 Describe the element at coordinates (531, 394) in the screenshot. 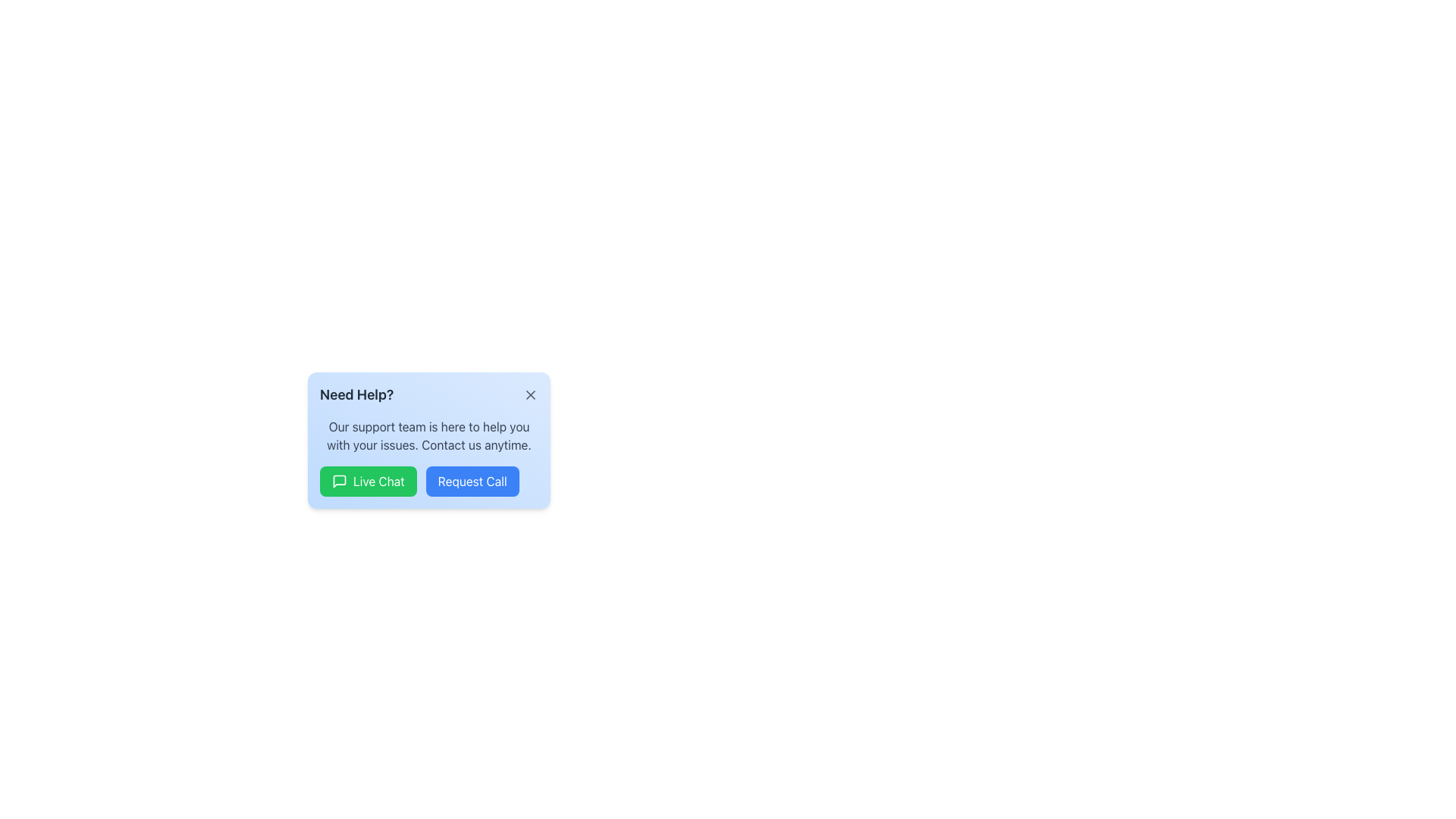

I see `the close icon located in the top-right corner of the 'Need Help?' dialog box` at that location.